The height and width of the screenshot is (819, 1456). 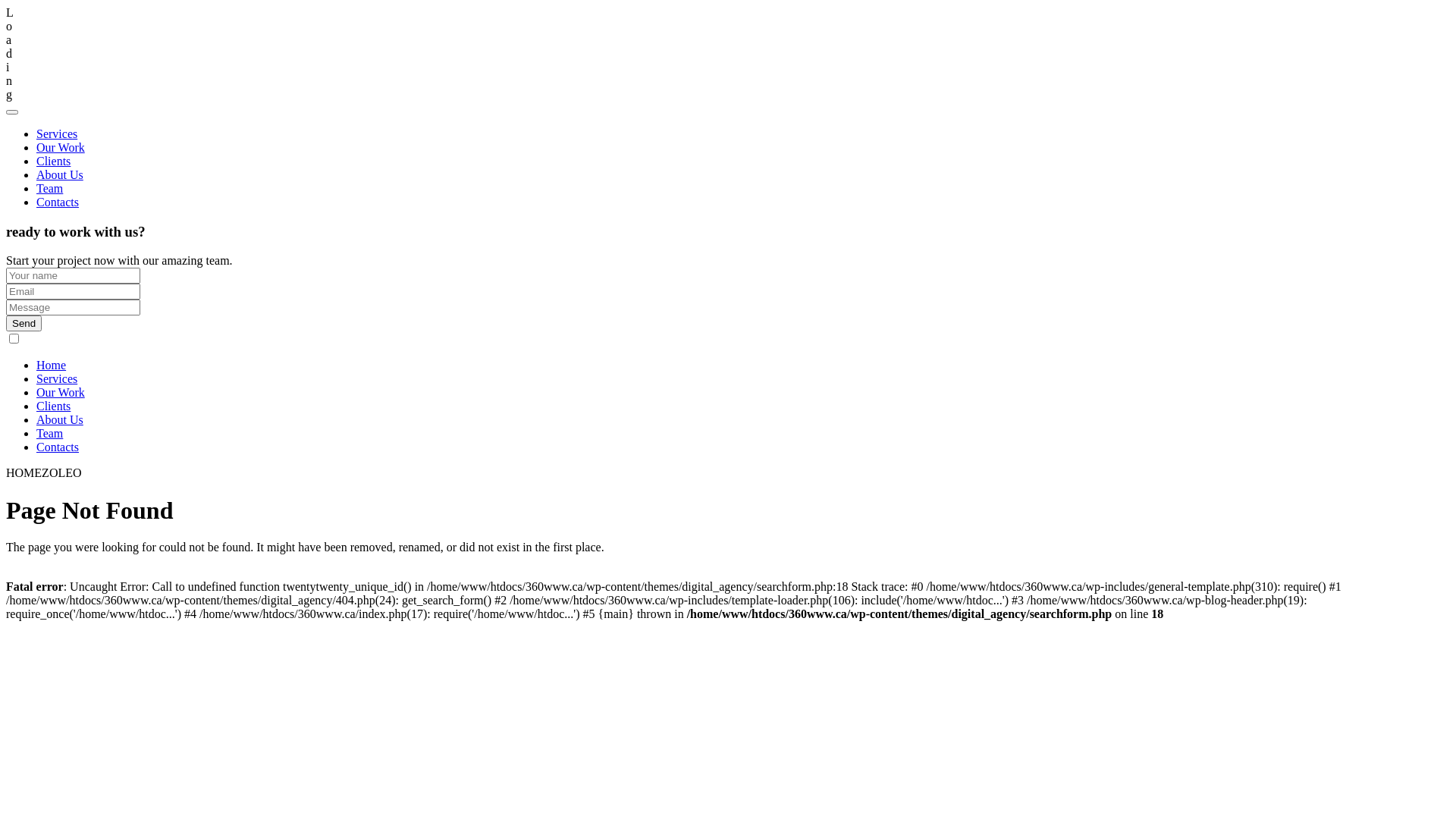 I want to click on 'Contacts', so click(x=58, y=446).